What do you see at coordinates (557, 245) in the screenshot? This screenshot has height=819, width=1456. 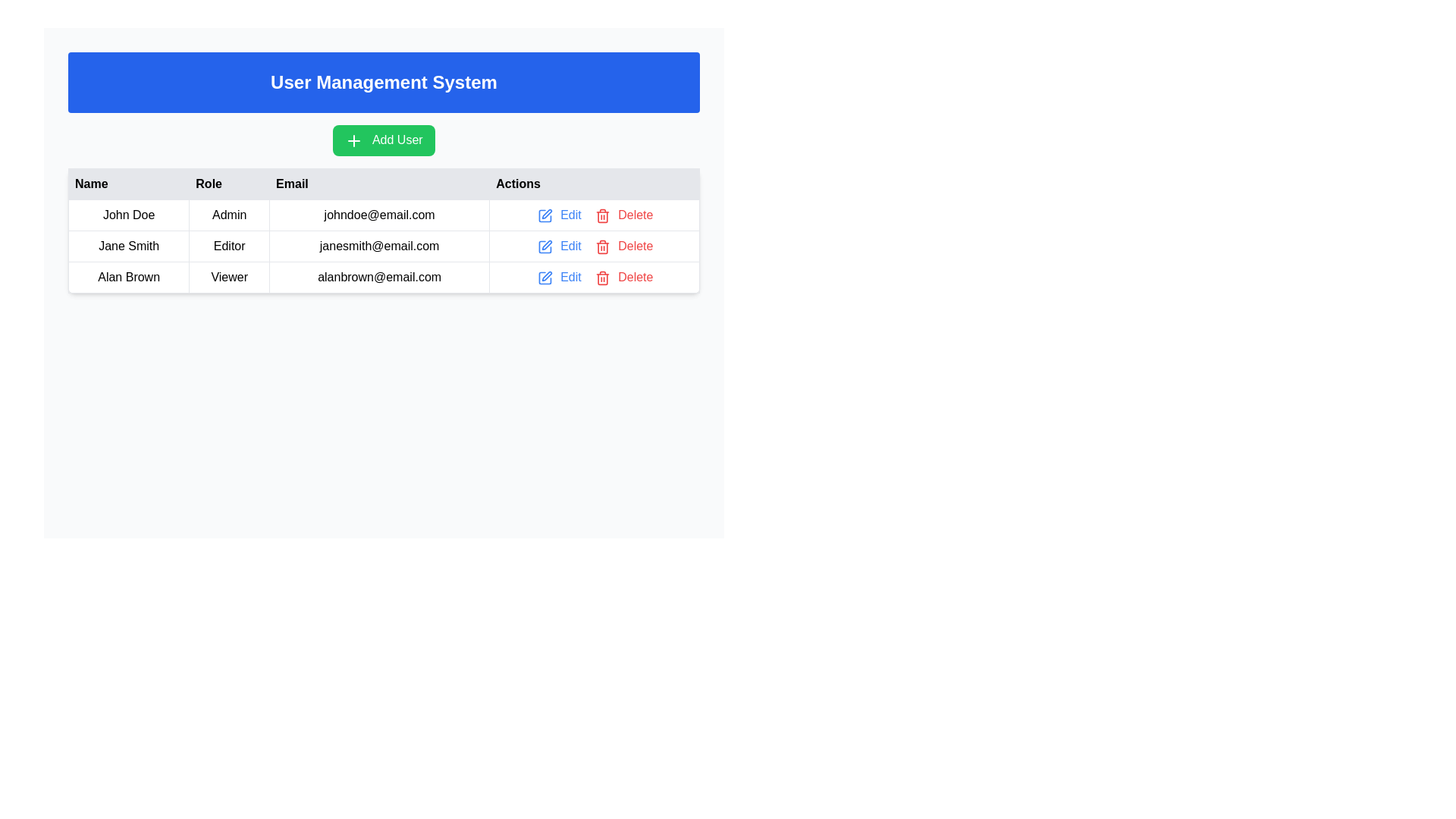 I see `the edit button for user 'Jane Smith' located in the 'Actions' column of the second row in the data table` at bounding box center [557, 245].